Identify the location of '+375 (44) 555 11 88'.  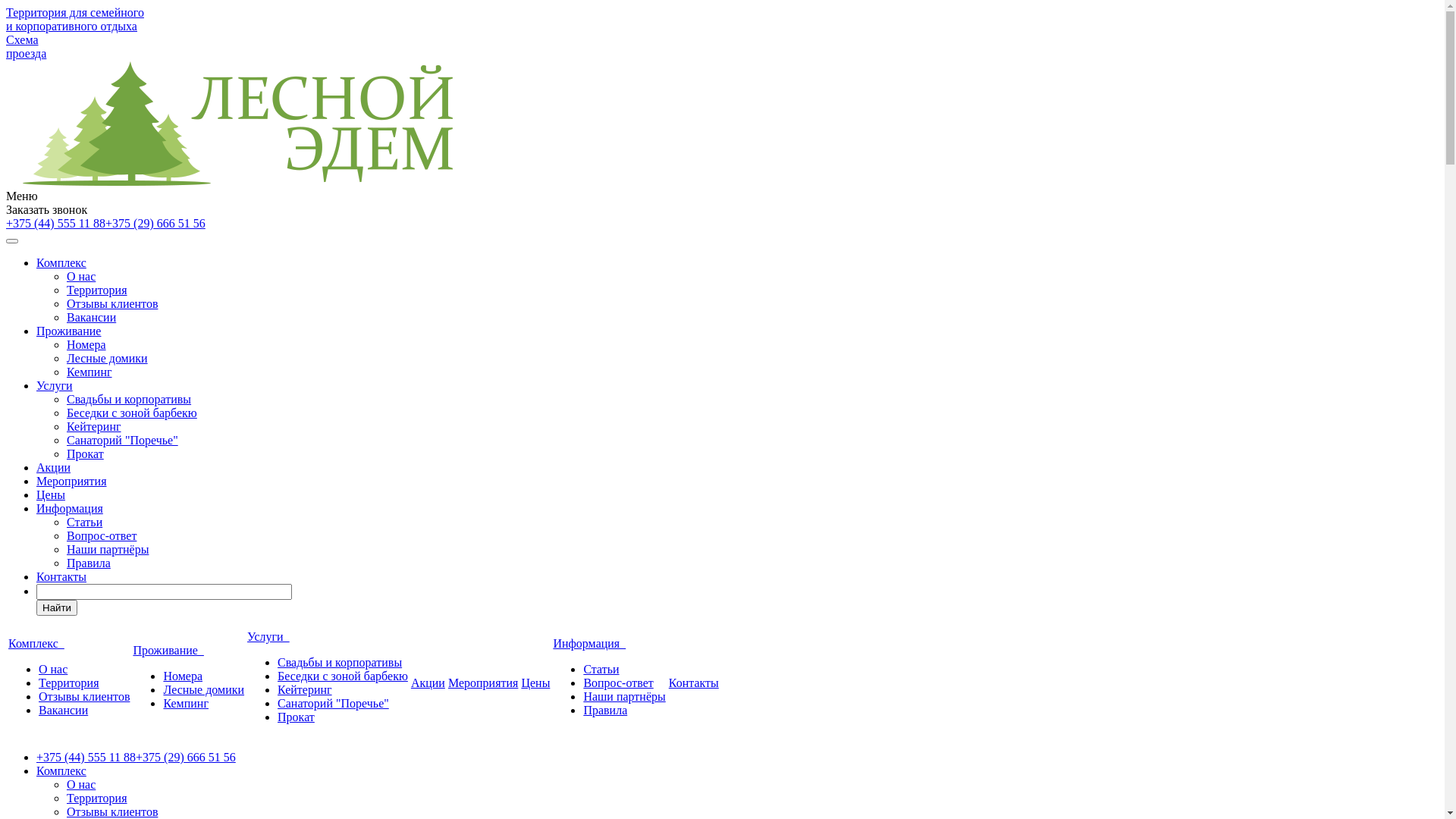
(6, 223).